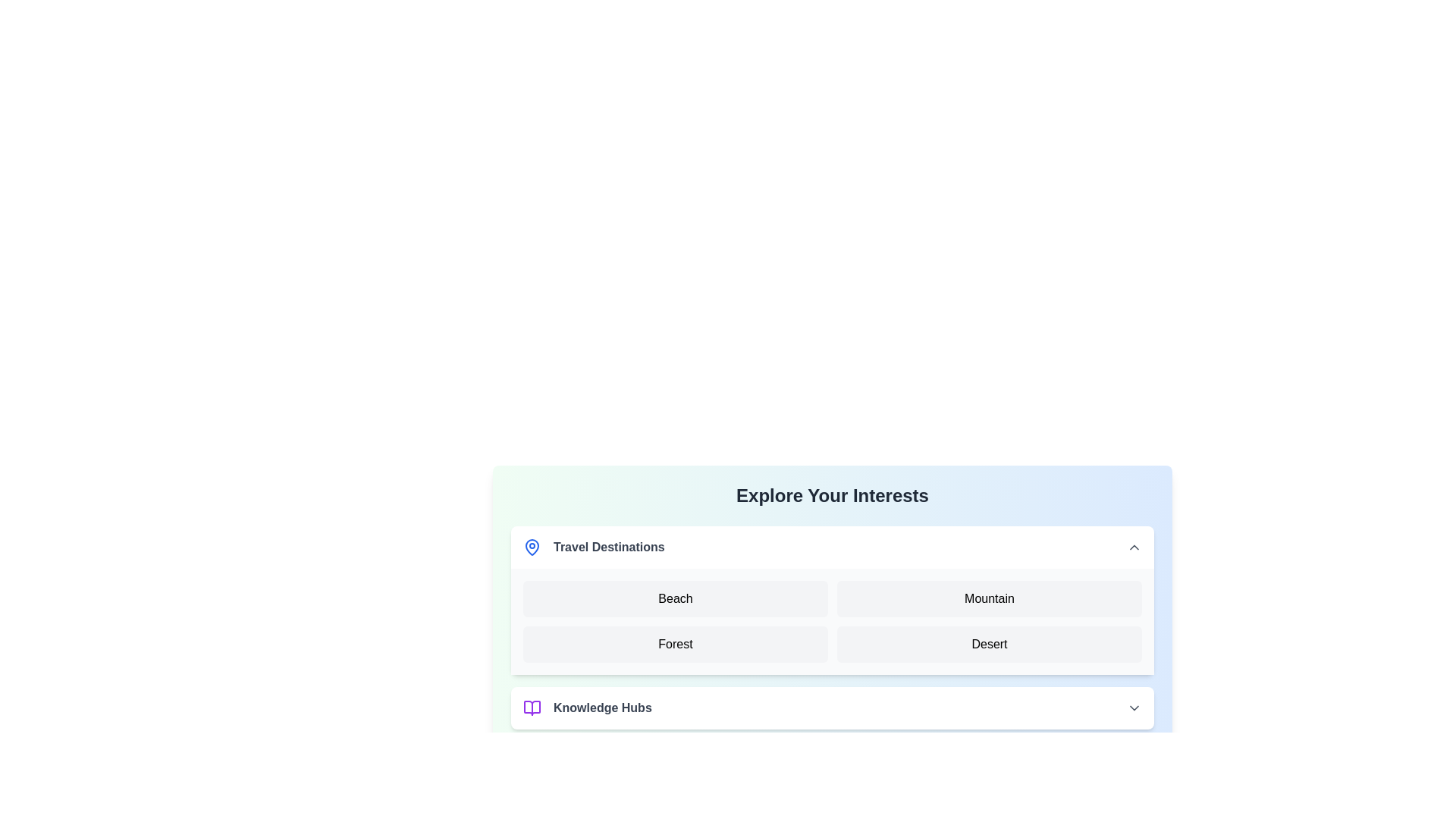  Describe the element at coordinates (1134, 547) in the screenshot. I see `the Chevron toggle icon located in the top-right corner of the 'Travel Destinations' section` at that location.